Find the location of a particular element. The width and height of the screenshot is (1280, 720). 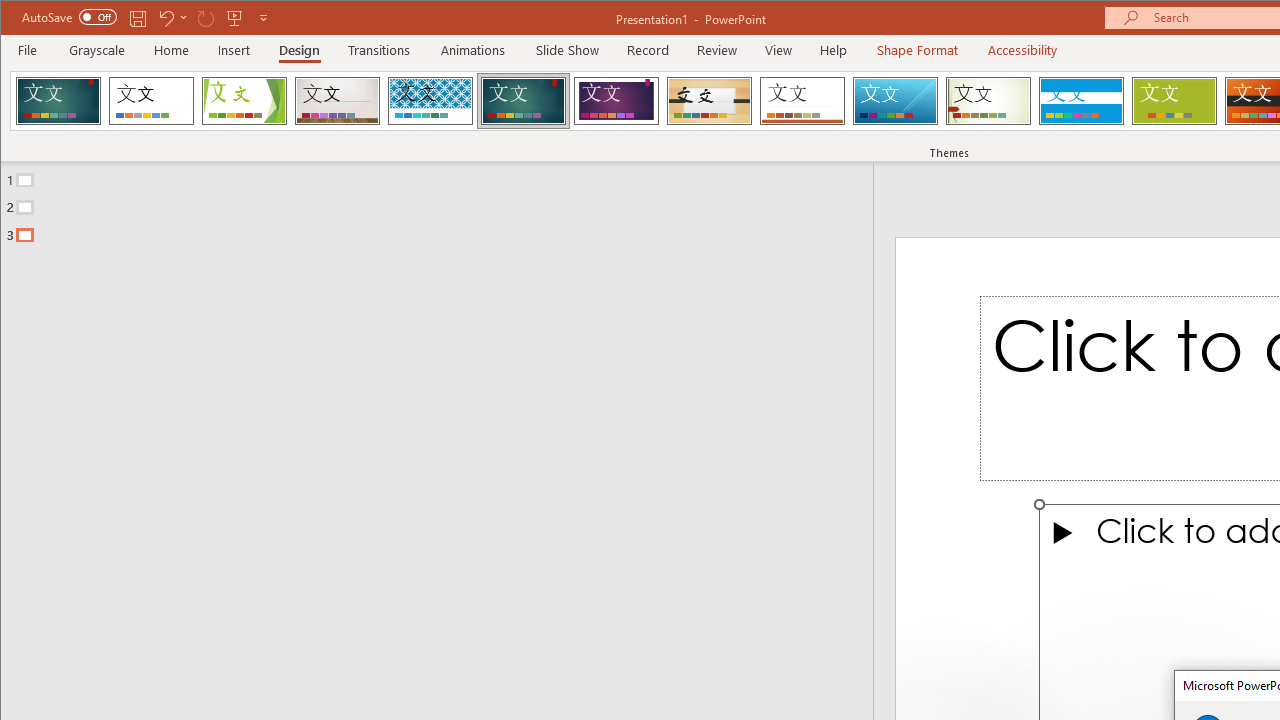

'Office Theme' is located at coordinates (150, 100).